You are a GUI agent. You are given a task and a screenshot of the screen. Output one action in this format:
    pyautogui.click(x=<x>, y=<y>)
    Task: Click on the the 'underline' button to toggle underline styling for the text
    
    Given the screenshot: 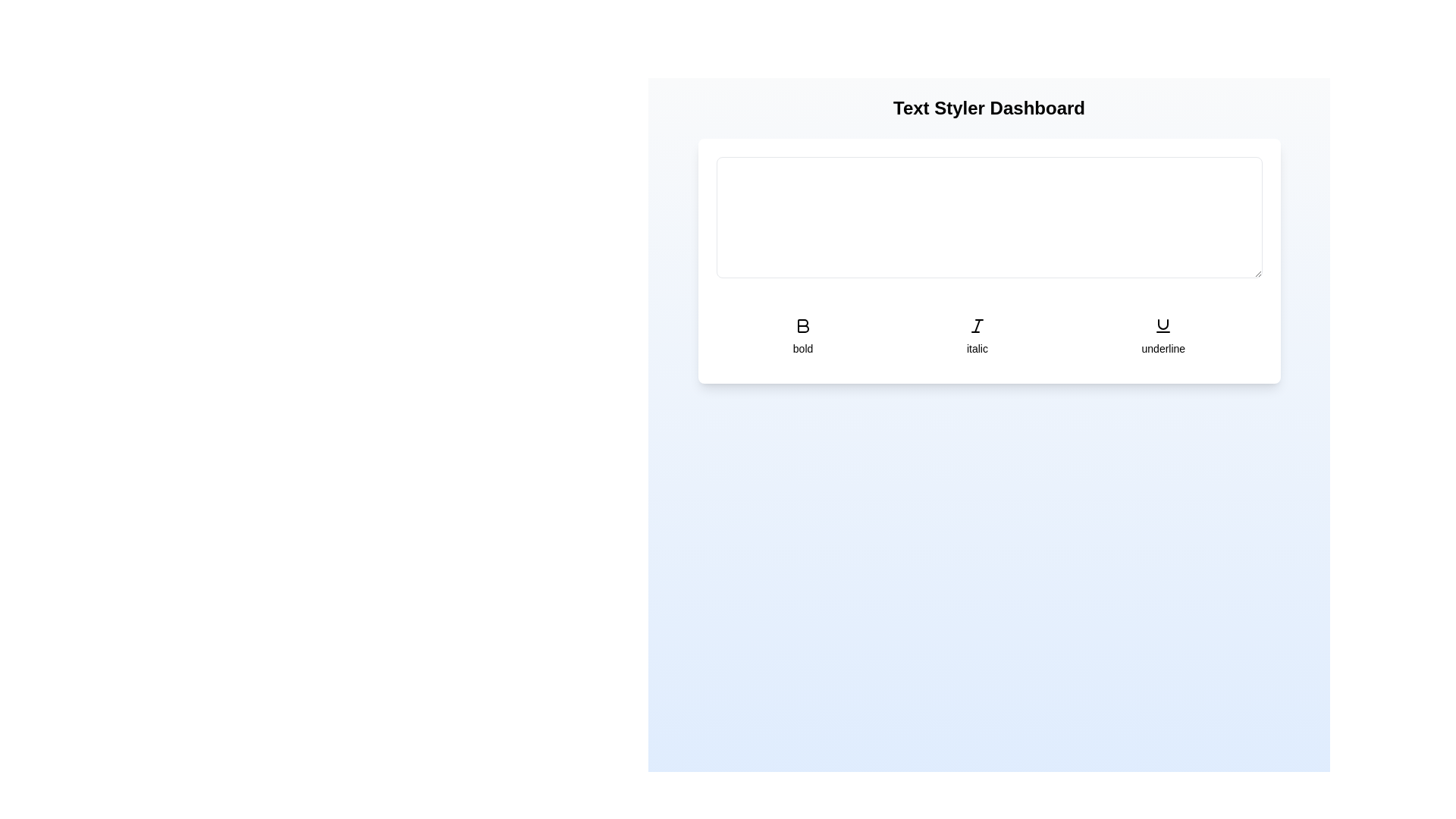 What is the action you would take?
    pyautogui.click(x=1163, y=335)
    